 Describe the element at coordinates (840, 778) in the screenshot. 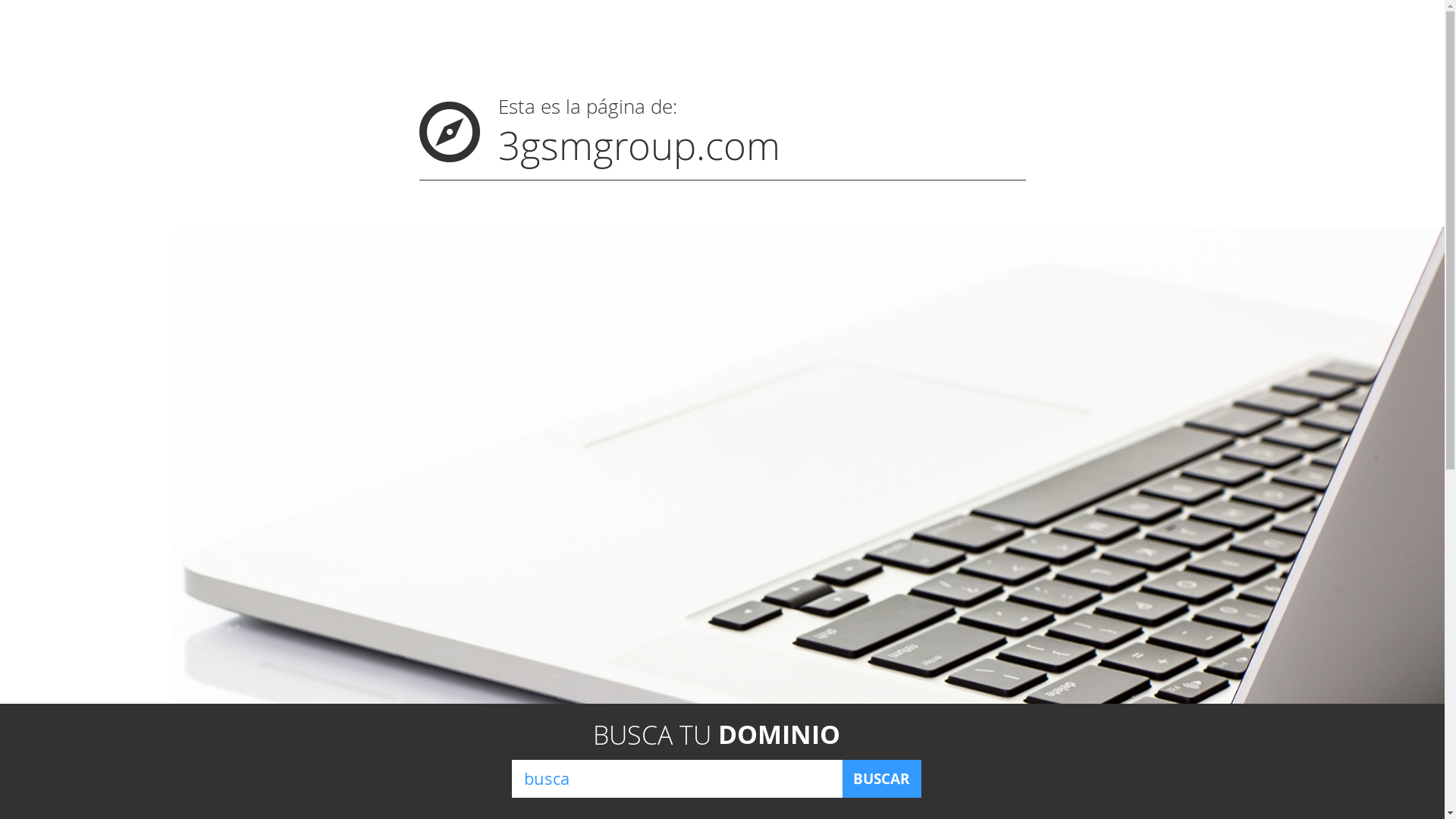

I see `'BUSCAR'` at that location.